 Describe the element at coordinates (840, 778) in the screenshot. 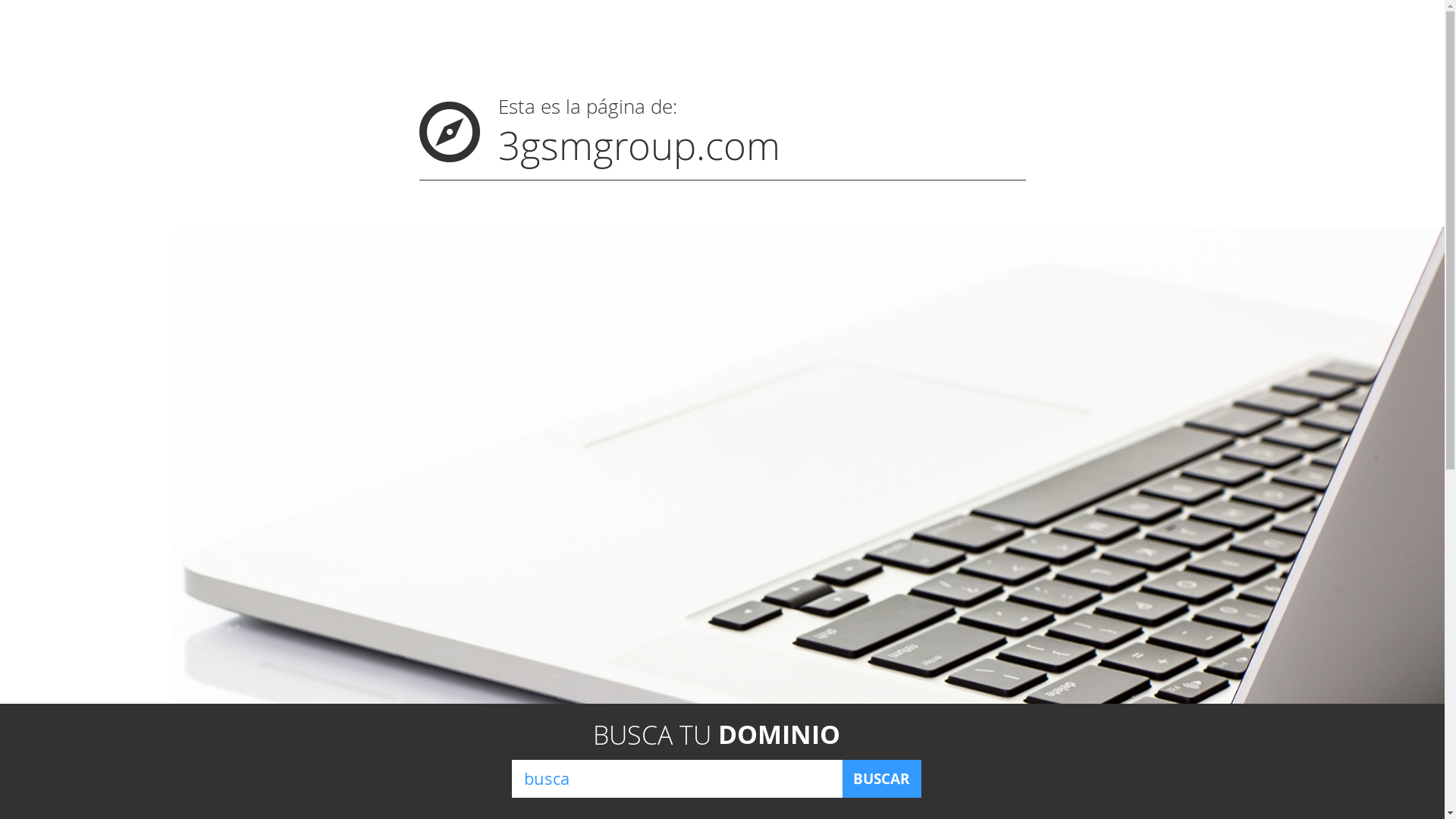

I see `'BUSCAR'` at that location.